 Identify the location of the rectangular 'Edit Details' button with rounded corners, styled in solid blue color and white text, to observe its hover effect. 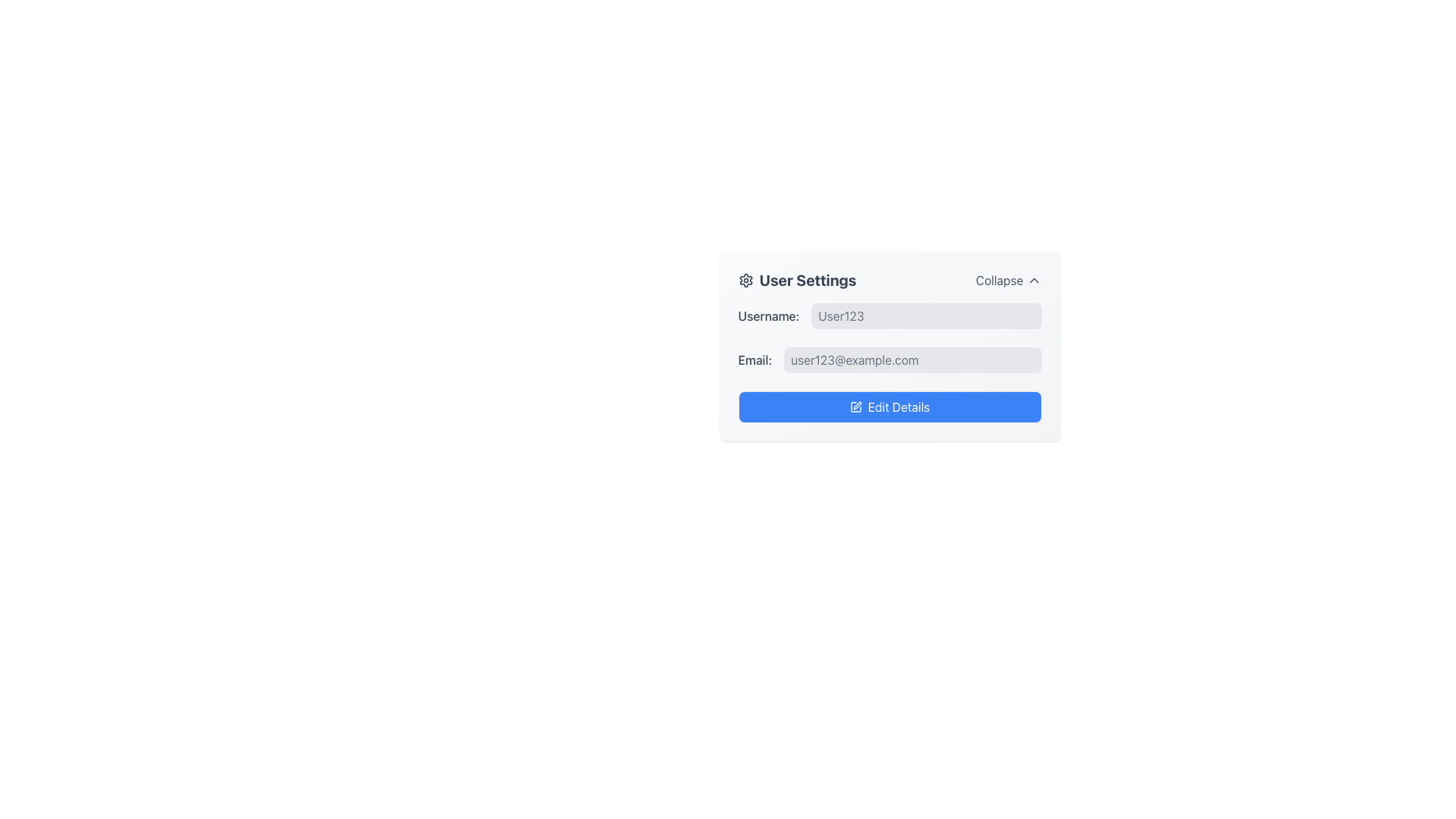
(890, 406).